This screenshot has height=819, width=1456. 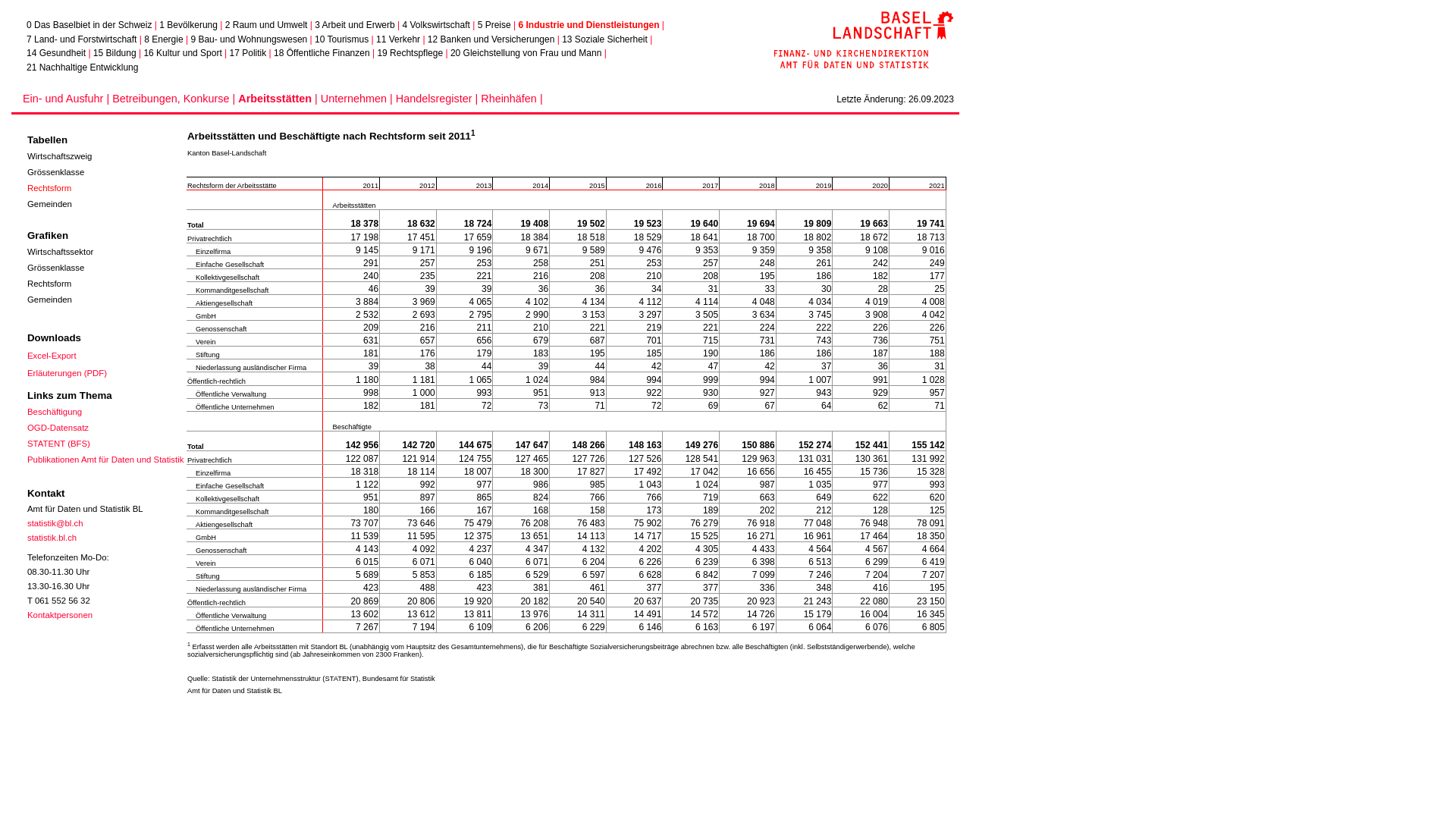 What do you see at coordinates (182, 52) in the screenshot?
I see `'16 Kultur und Sport'` at bounding box center [182, 52].